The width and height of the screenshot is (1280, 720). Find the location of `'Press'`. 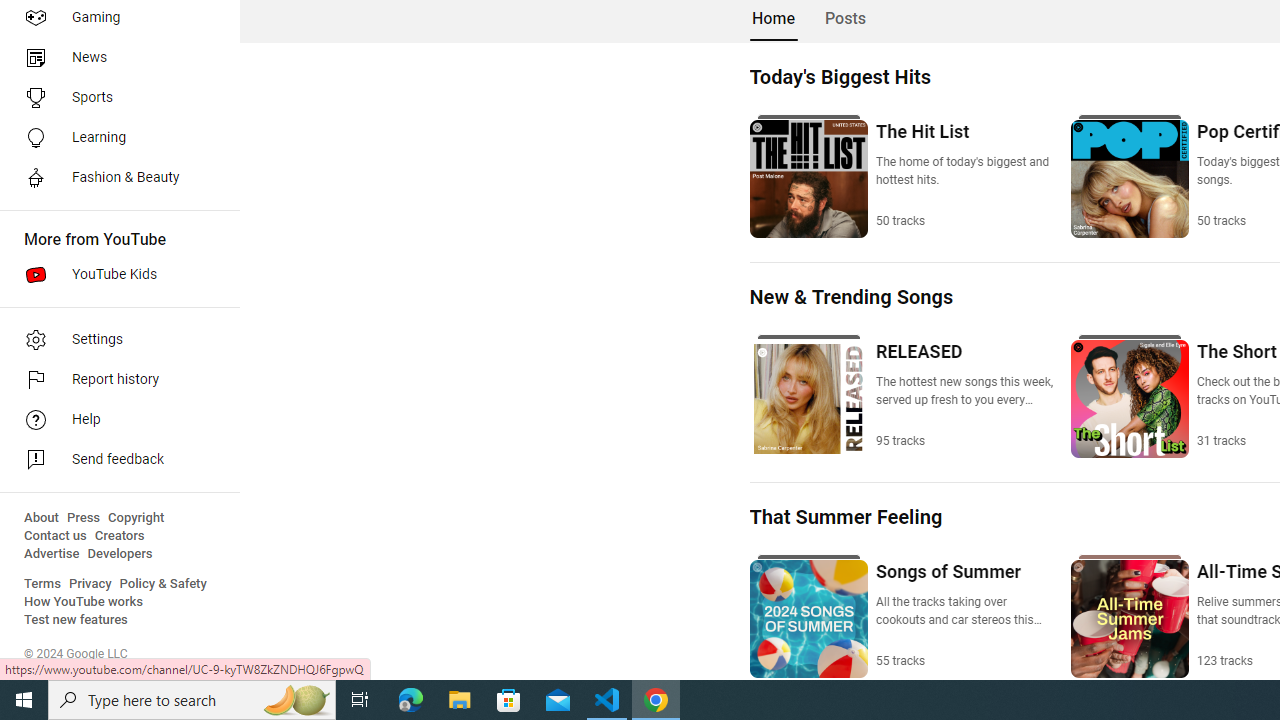

'Press' is located at coordinates (82, 517).